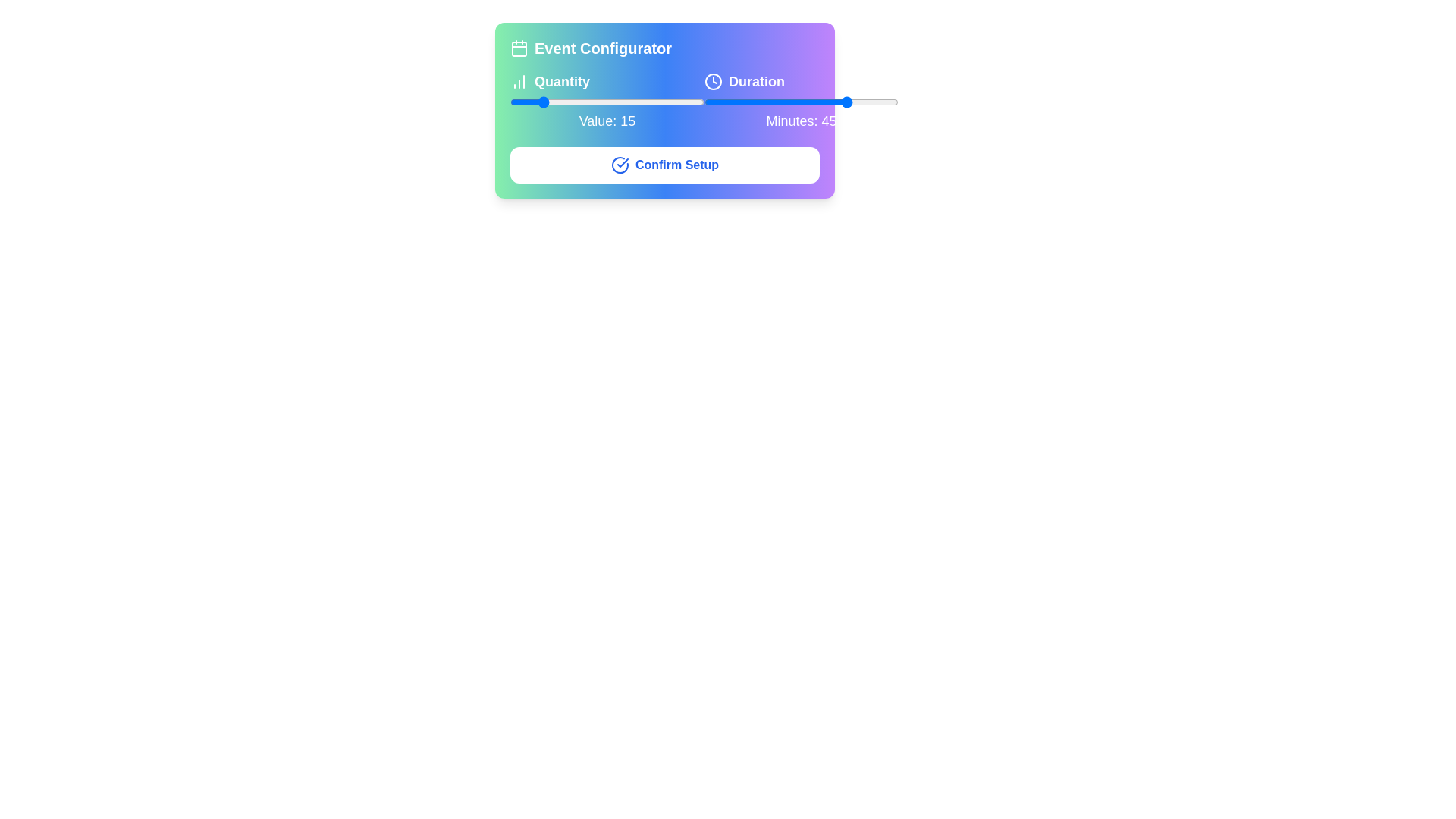  Describe the element at coordinates (607, 120) in the screenshot. I see `the text label that displays 'Value: 15', which is styled prominently in a larger font and located below the horizontal slider within the 'Quantity' interface section` at that location.